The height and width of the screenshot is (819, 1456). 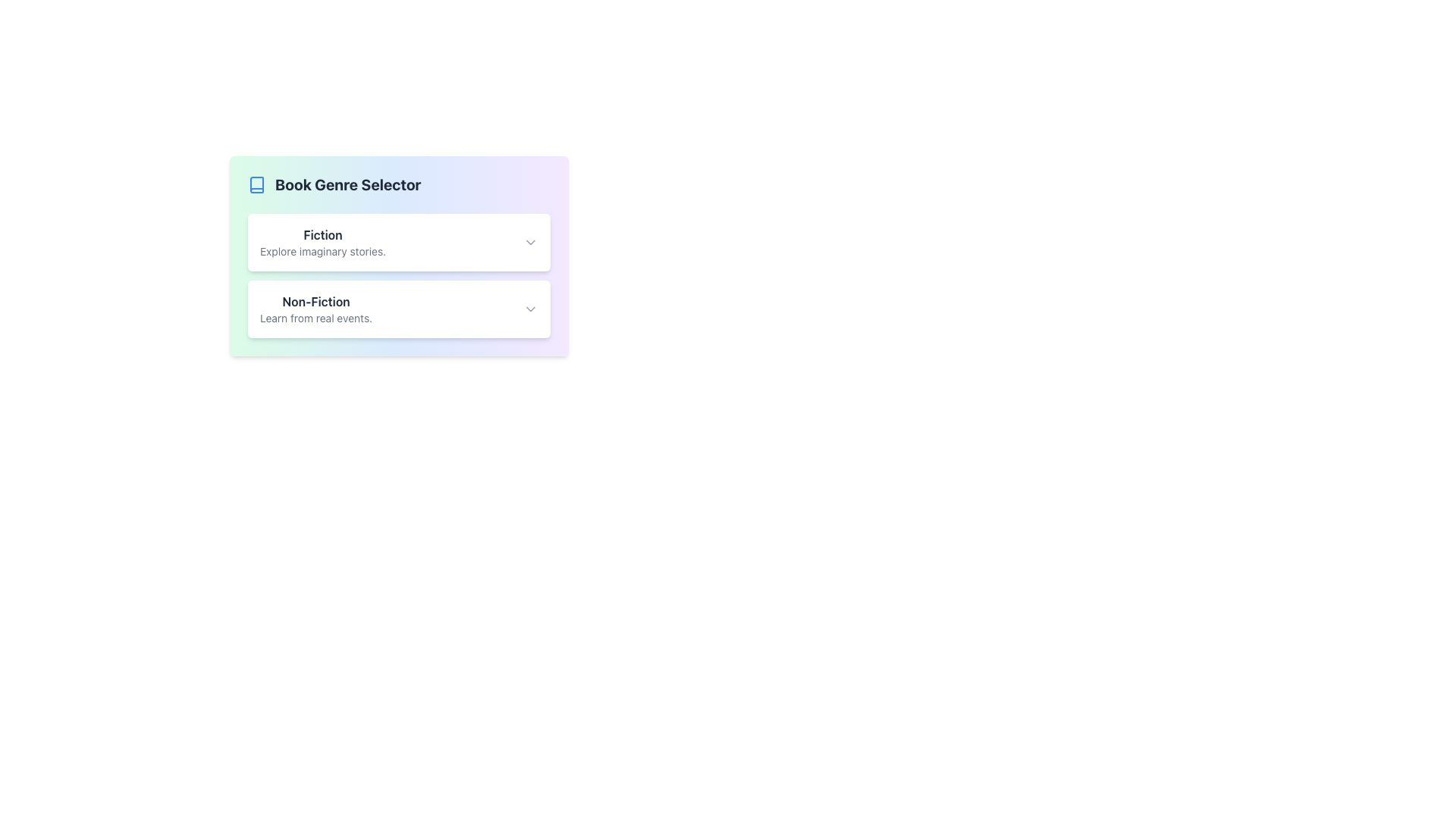 I want to click on the selectable list item representing the 'Fiction' genre in the 'Book Genre Selector' section, so click(x=322, y=242).